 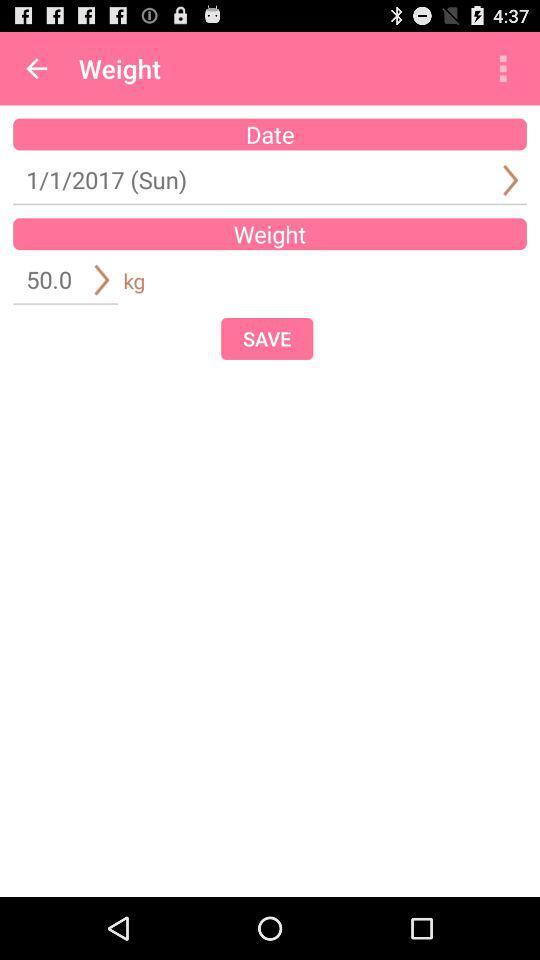 What do you see at coordinates (502, 68) in the screenshot?
I see `item to the right of weight icon` at bounding box center [502, 68].